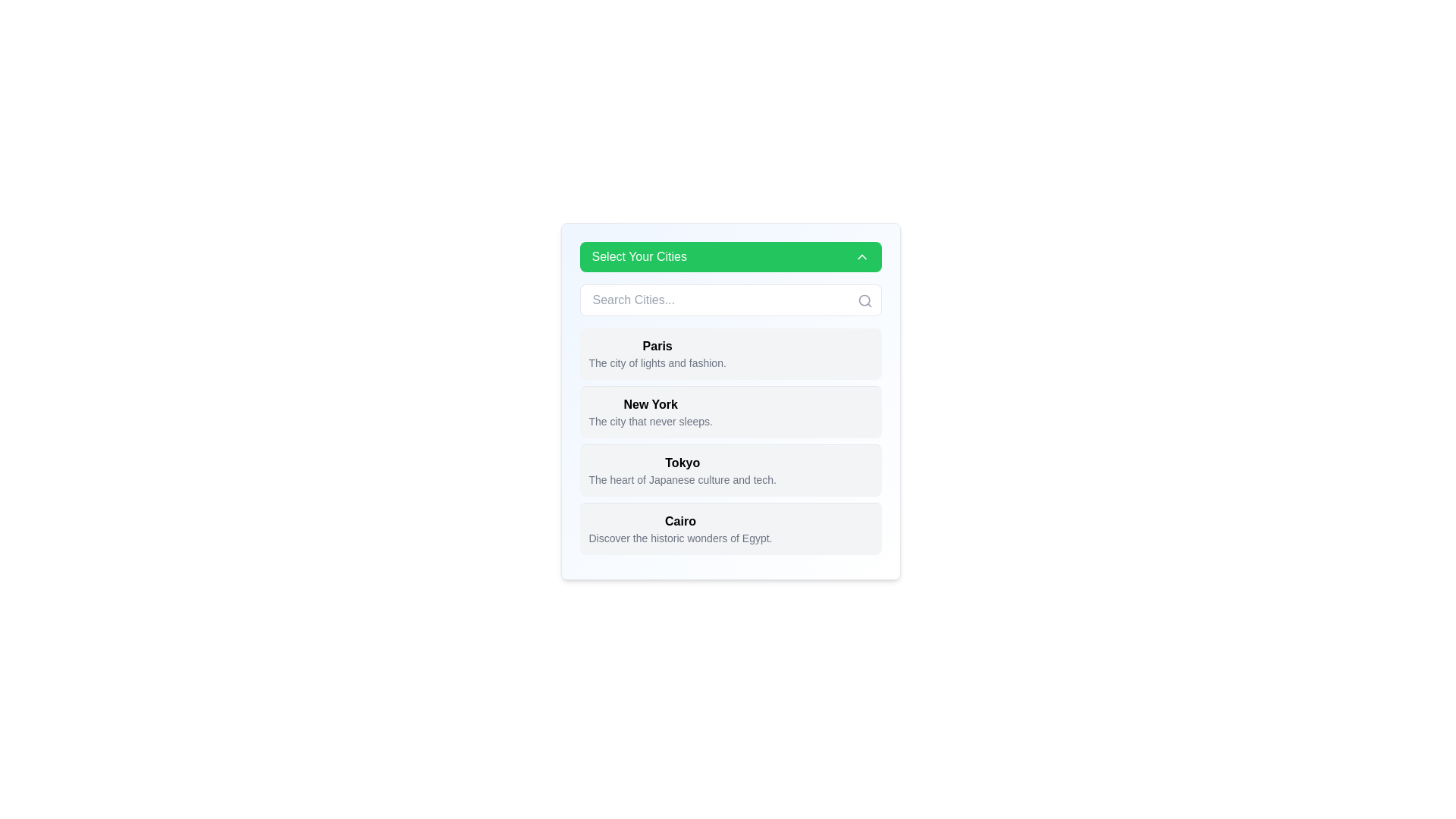 The image size is (1456, 819). Describe the element at coordinates (682, 479) in the screenshot. I see `the static text element that provides additional descriptive information about the 'Tokyo' list item, which is located directly below the heading 'Tokyo'` at that location.